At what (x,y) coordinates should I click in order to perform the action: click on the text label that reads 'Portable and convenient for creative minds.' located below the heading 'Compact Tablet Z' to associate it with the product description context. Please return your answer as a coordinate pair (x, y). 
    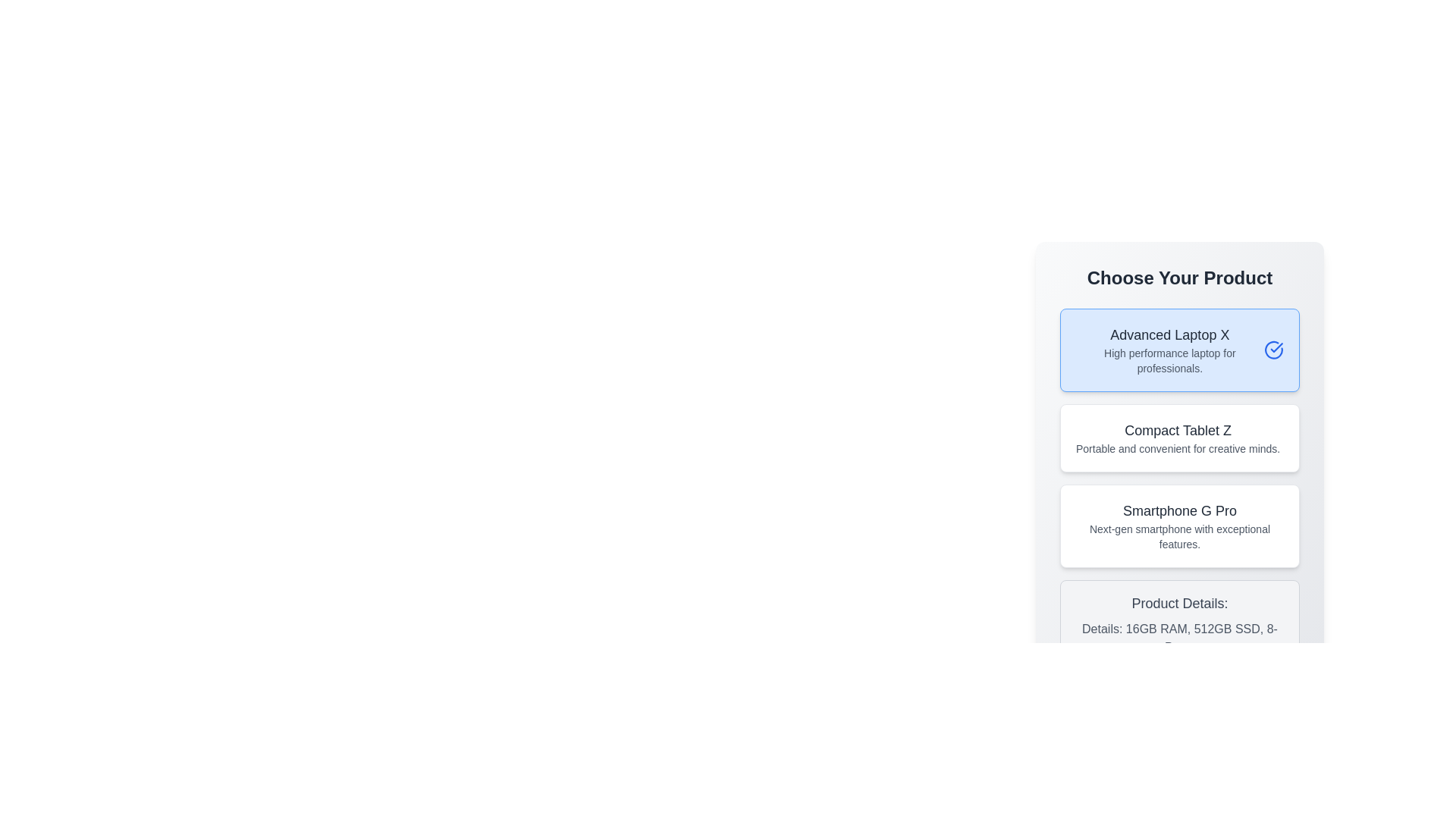
    Looking at the image, I should click on (1177, 447).